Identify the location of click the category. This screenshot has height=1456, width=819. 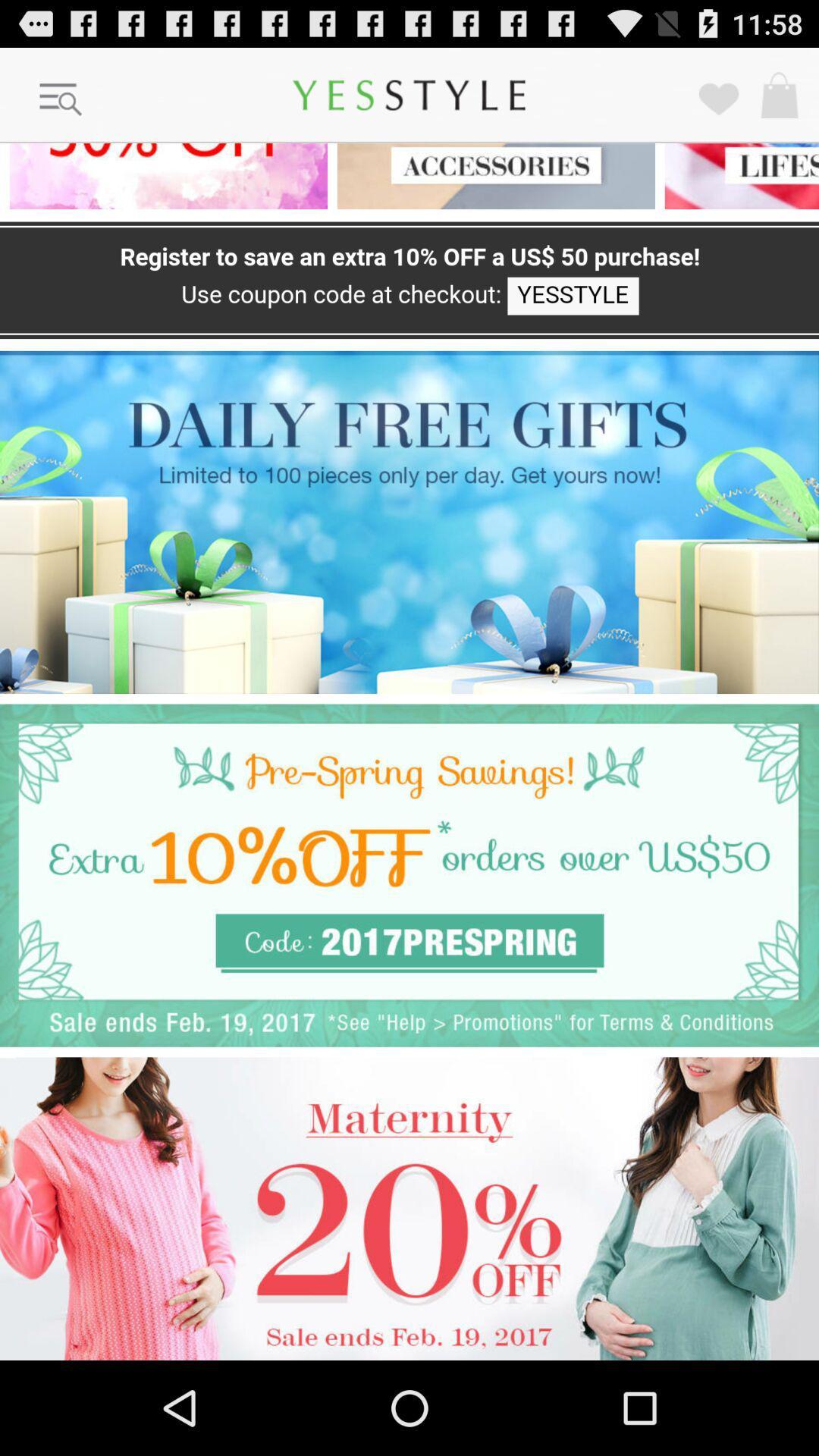
(736, 176).